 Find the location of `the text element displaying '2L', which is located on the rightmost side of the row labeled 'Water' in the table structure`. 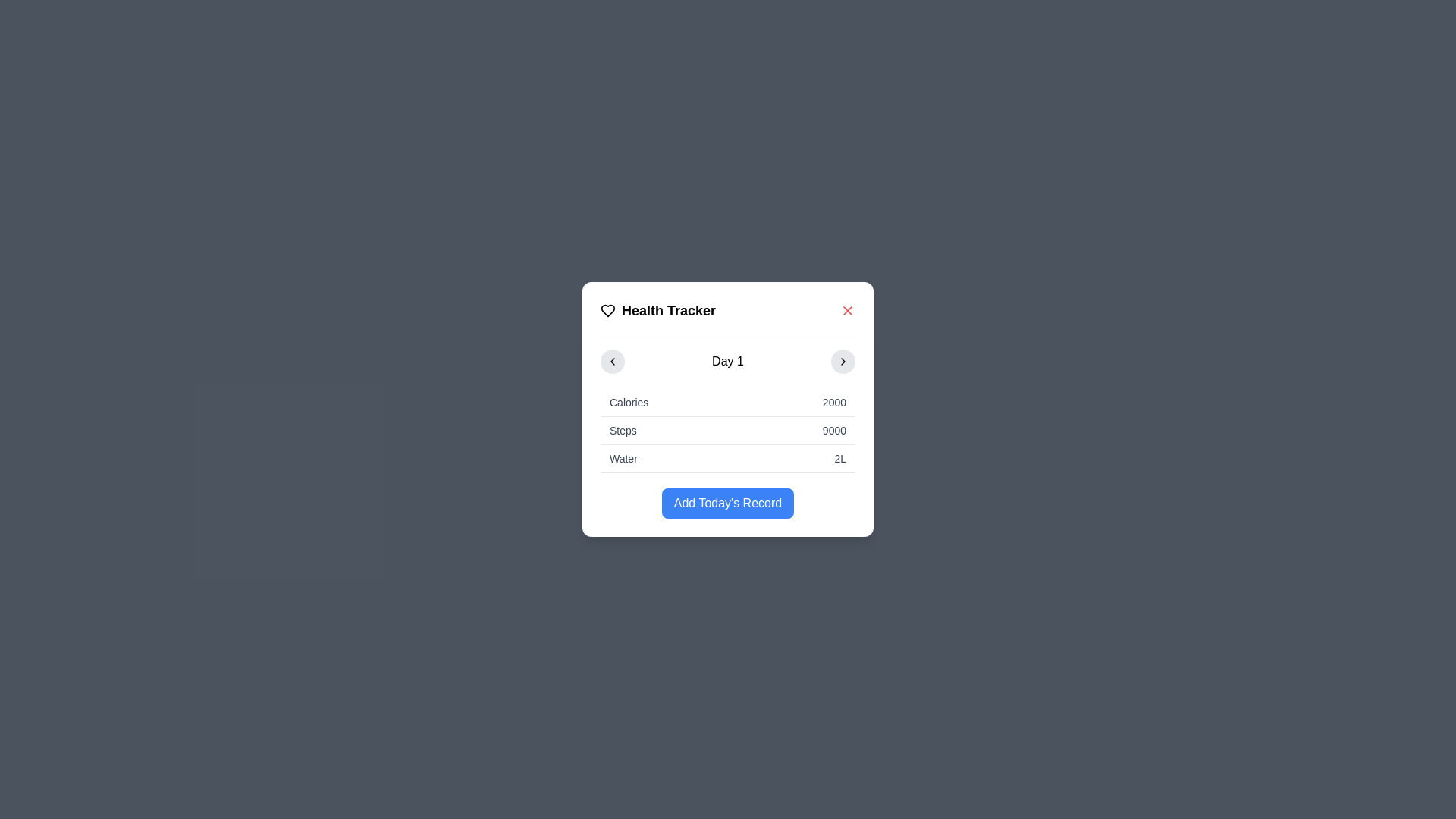

the text element displaying '2L', which is located on the rightmost side of the row labeled 'Water' in the table structure is located at coordinates (839, 458).